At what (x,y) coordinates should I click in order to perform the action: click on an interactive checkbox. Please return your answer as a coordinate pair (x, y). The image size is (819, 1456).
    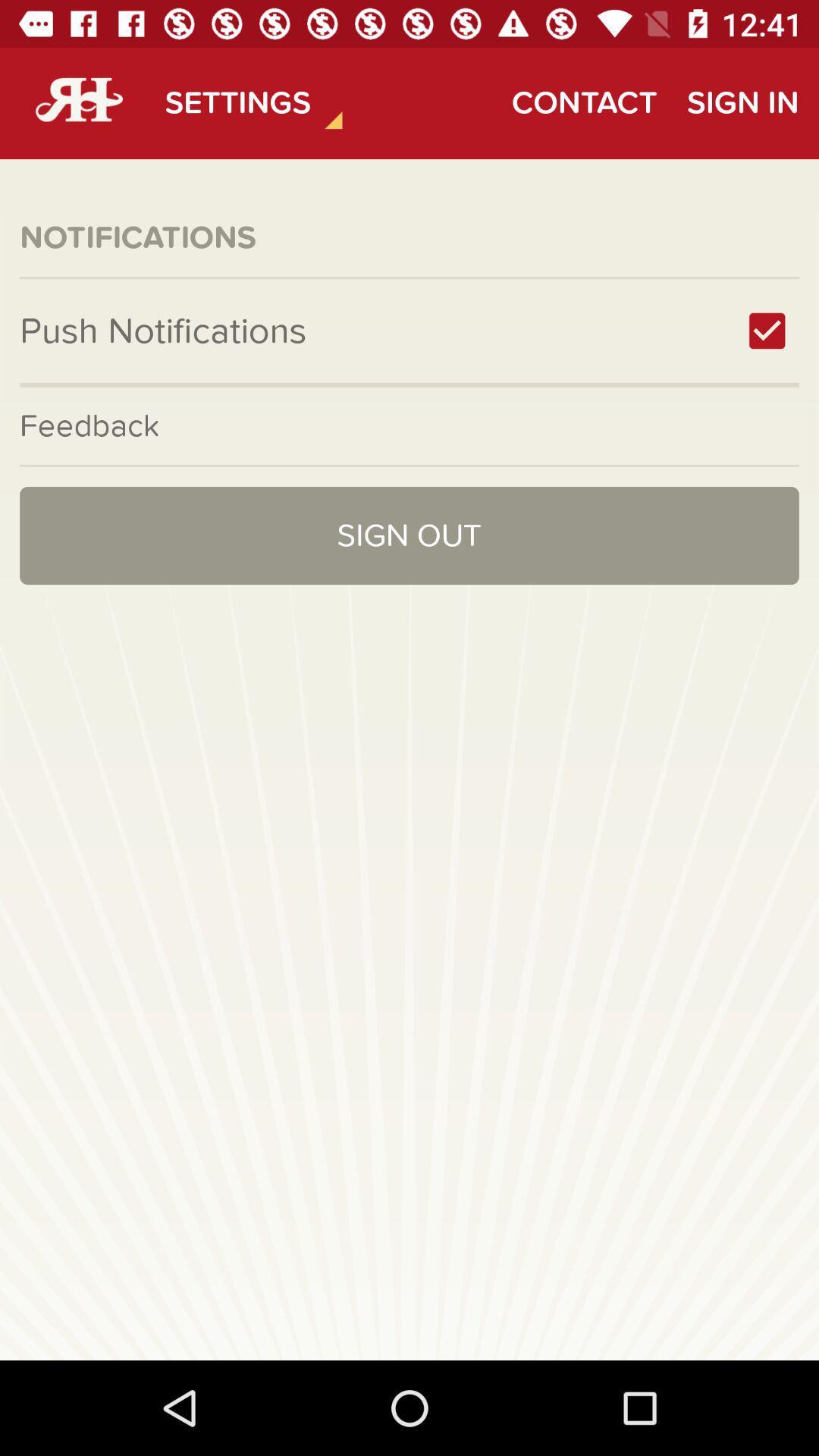
    Looking at the image, I should click on (767, 330).